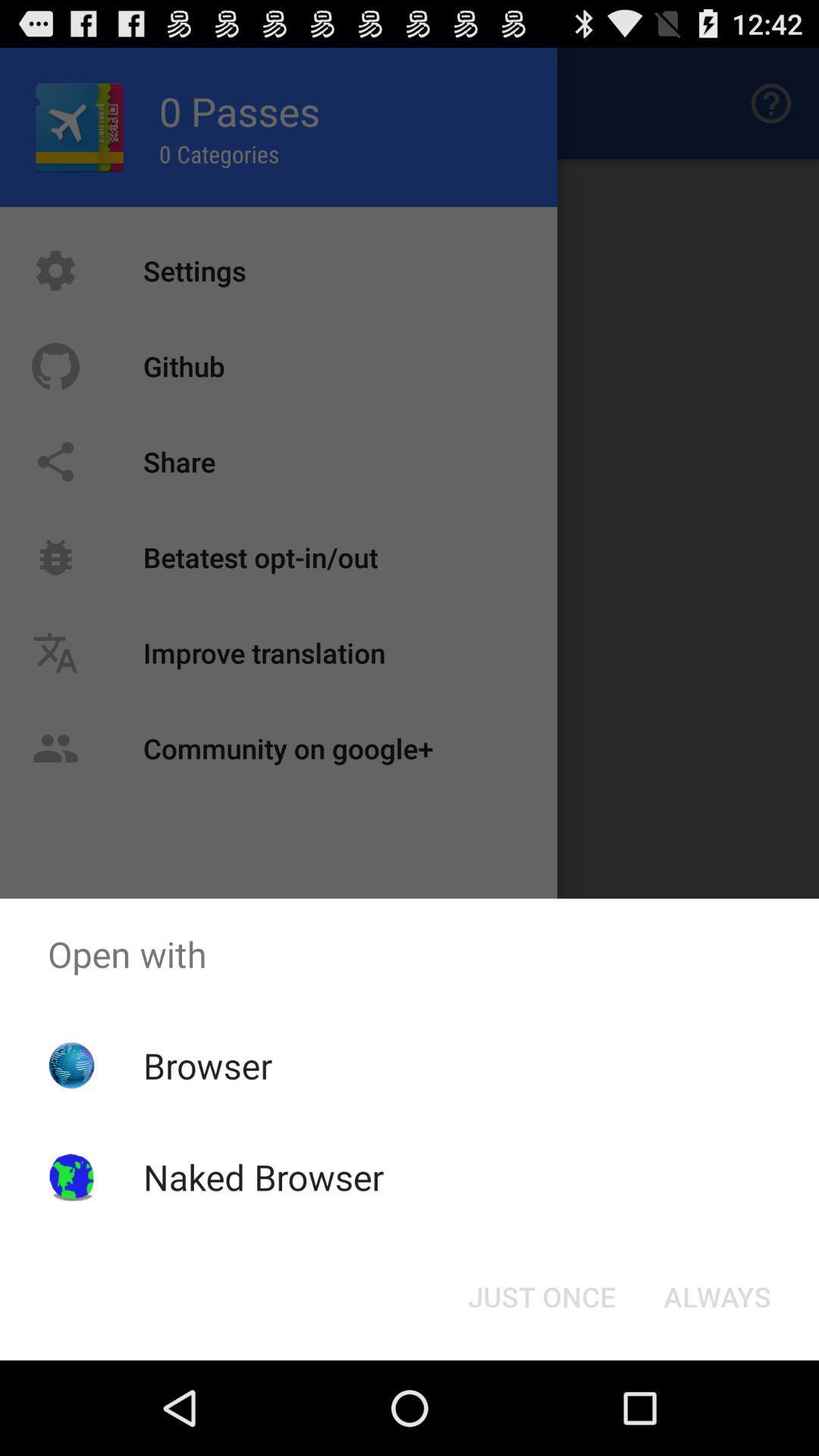 This screenshot has height=1456, width=819. Describe the element at coordinates (717, 1295) in the screenshot. I see `always icon` at that location.